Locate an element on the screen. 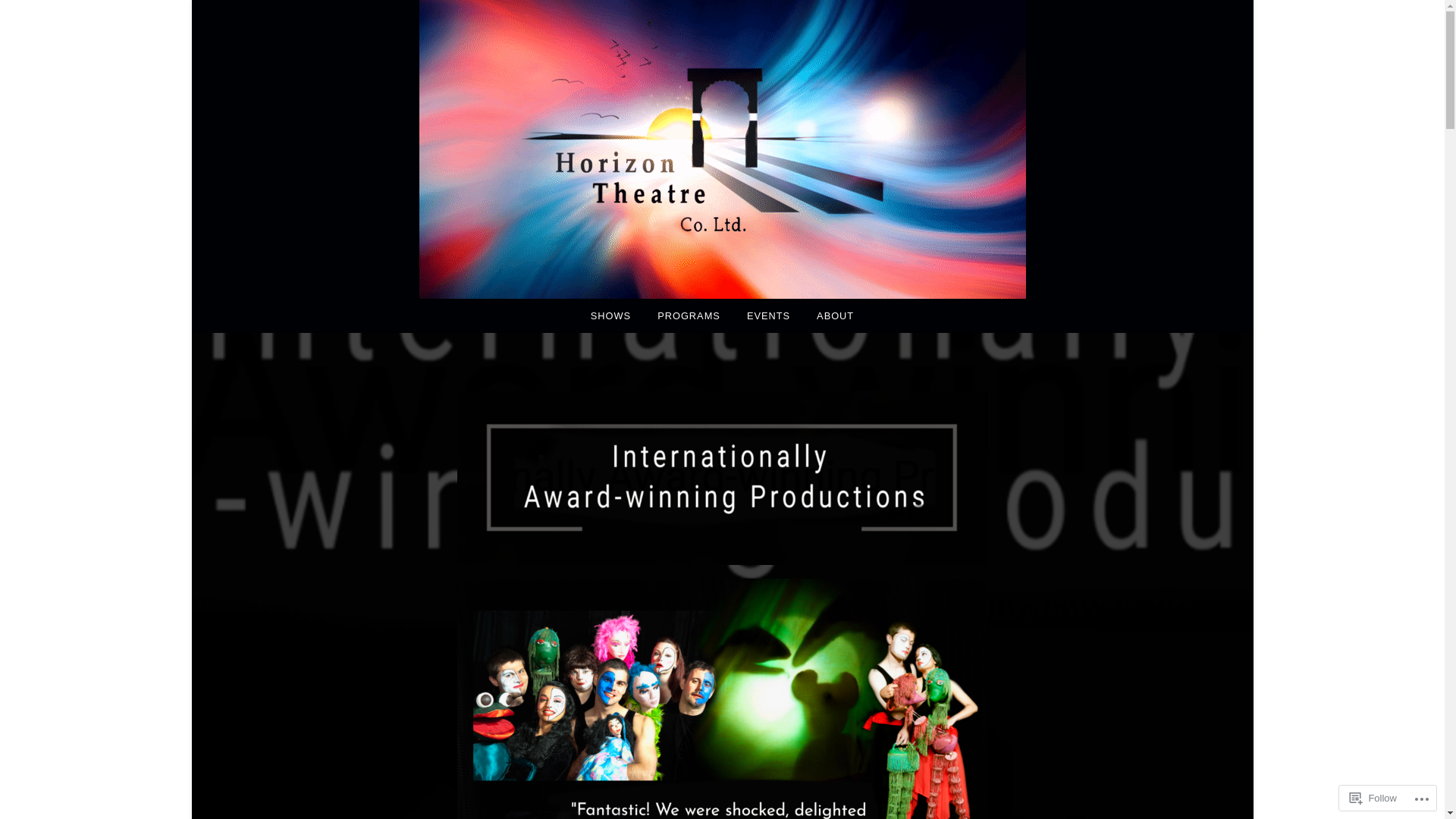 The image size is (1456, 819). 'SHOWS' is located at coordinates (578, 315).